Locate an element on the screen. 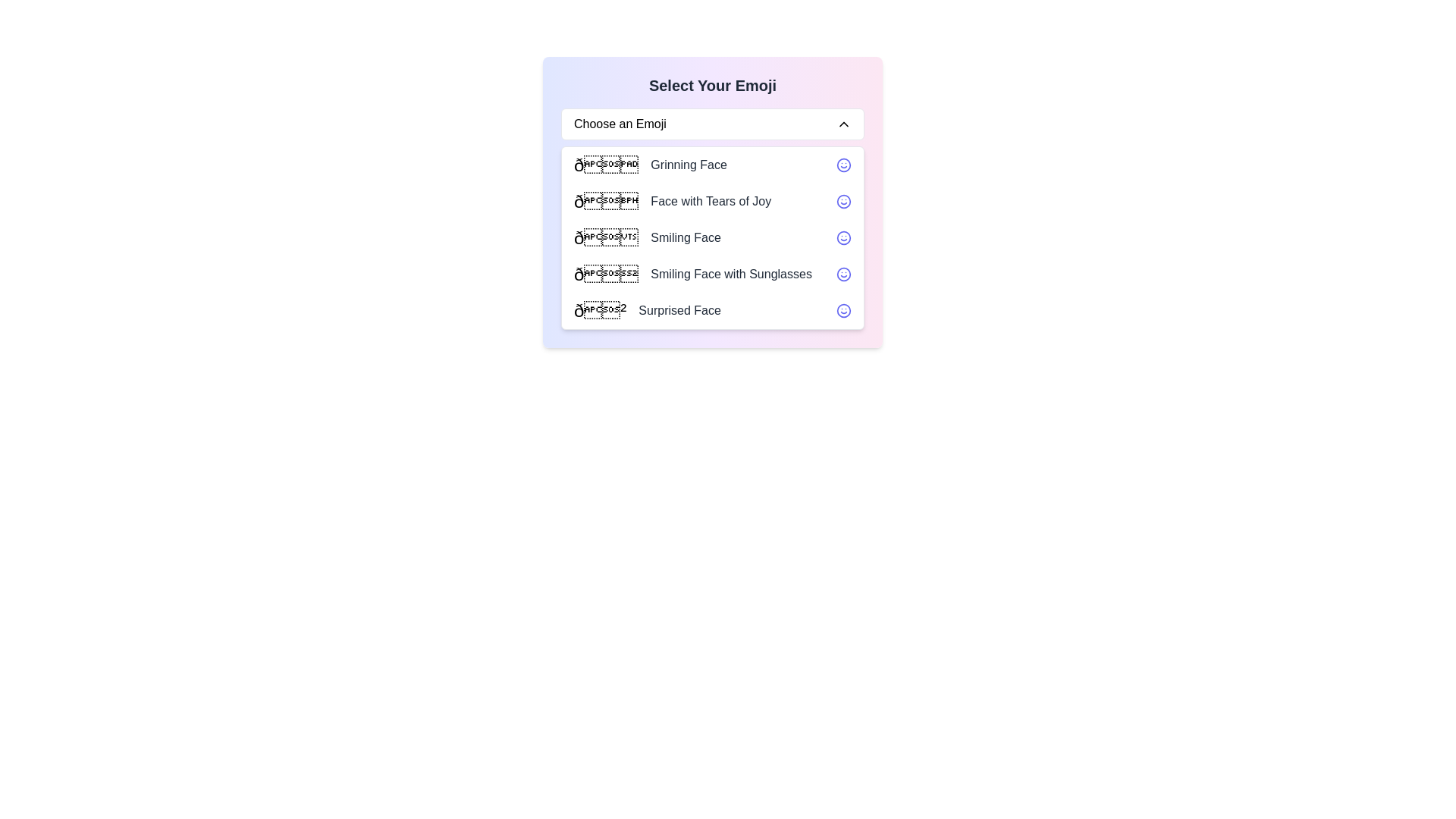  the static text label 'Smiling Face' located next to its corresponding emoji symbol within the emoji selector interface is located at coordinates (685, 237).